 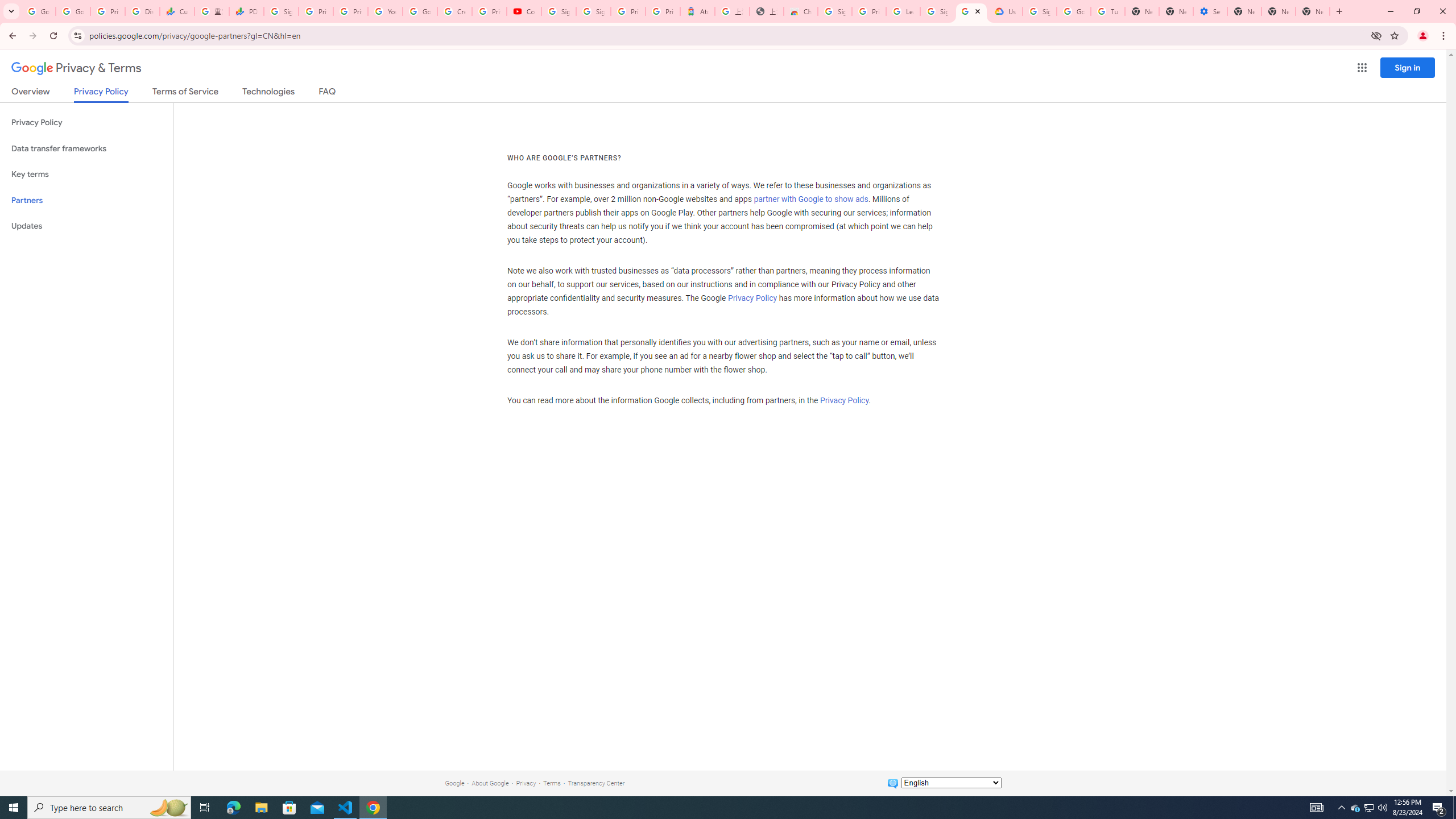 I want to click on 'Content Creator Programs & Opportunities - YouTube Creators', so click(x=524, y=11).